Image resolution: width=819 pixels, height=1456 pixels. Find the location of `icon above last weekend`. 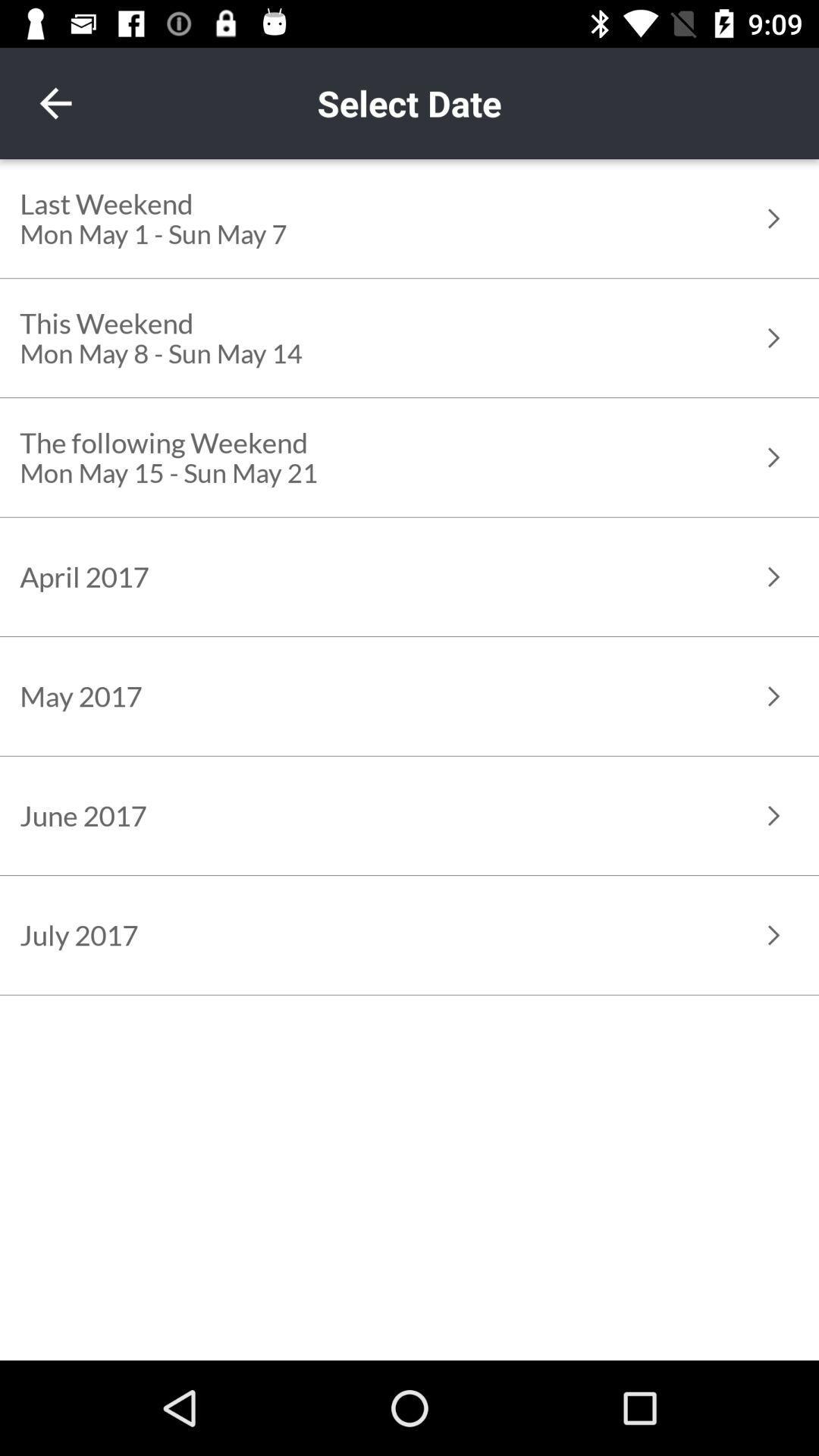

icon above last weekend is located at coordinates (55, 102).